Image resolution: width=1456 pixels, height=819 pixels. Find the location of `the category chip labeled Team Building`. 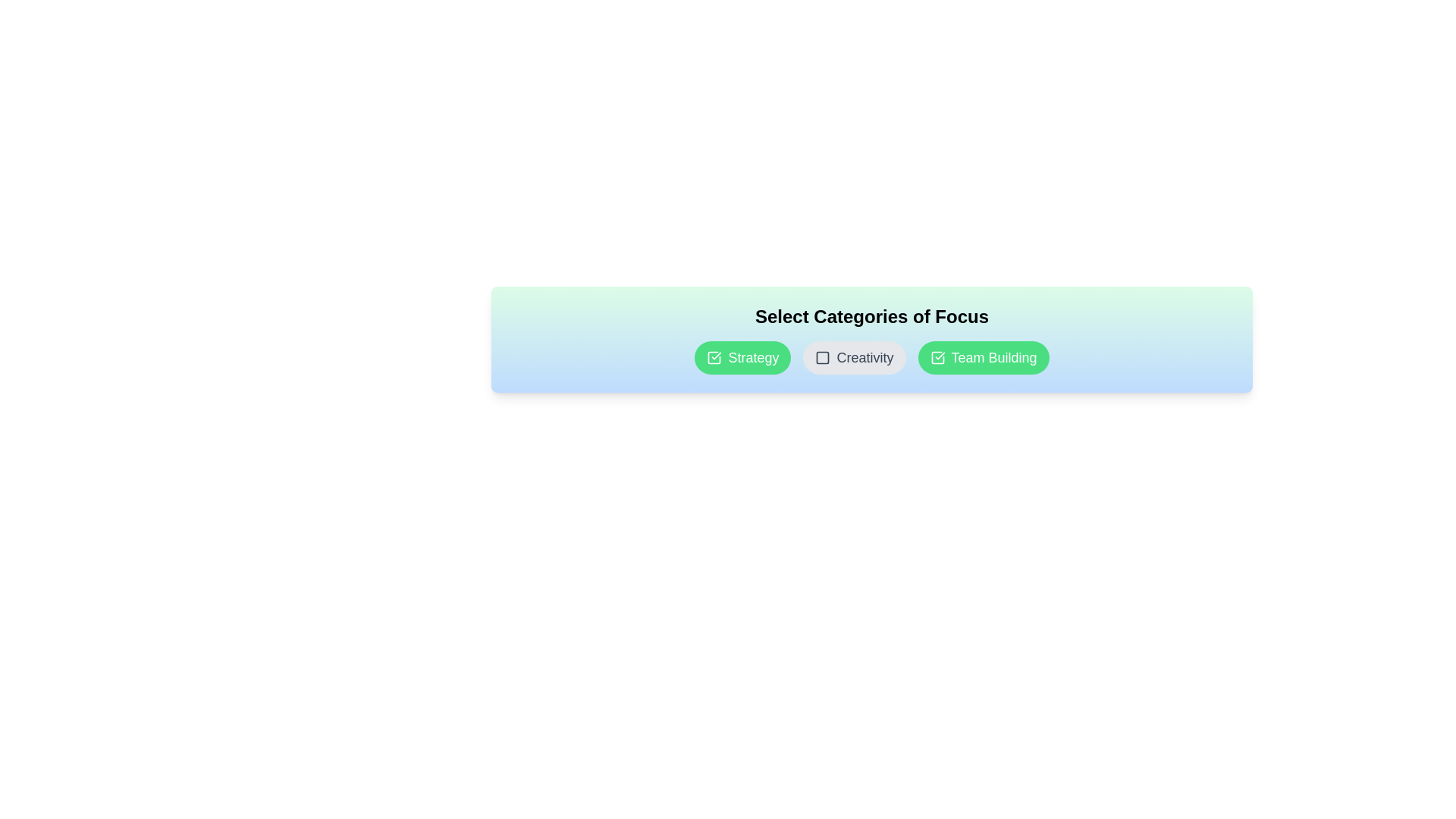

the category chip labeled Team Building is located at coordinates (983, 357).